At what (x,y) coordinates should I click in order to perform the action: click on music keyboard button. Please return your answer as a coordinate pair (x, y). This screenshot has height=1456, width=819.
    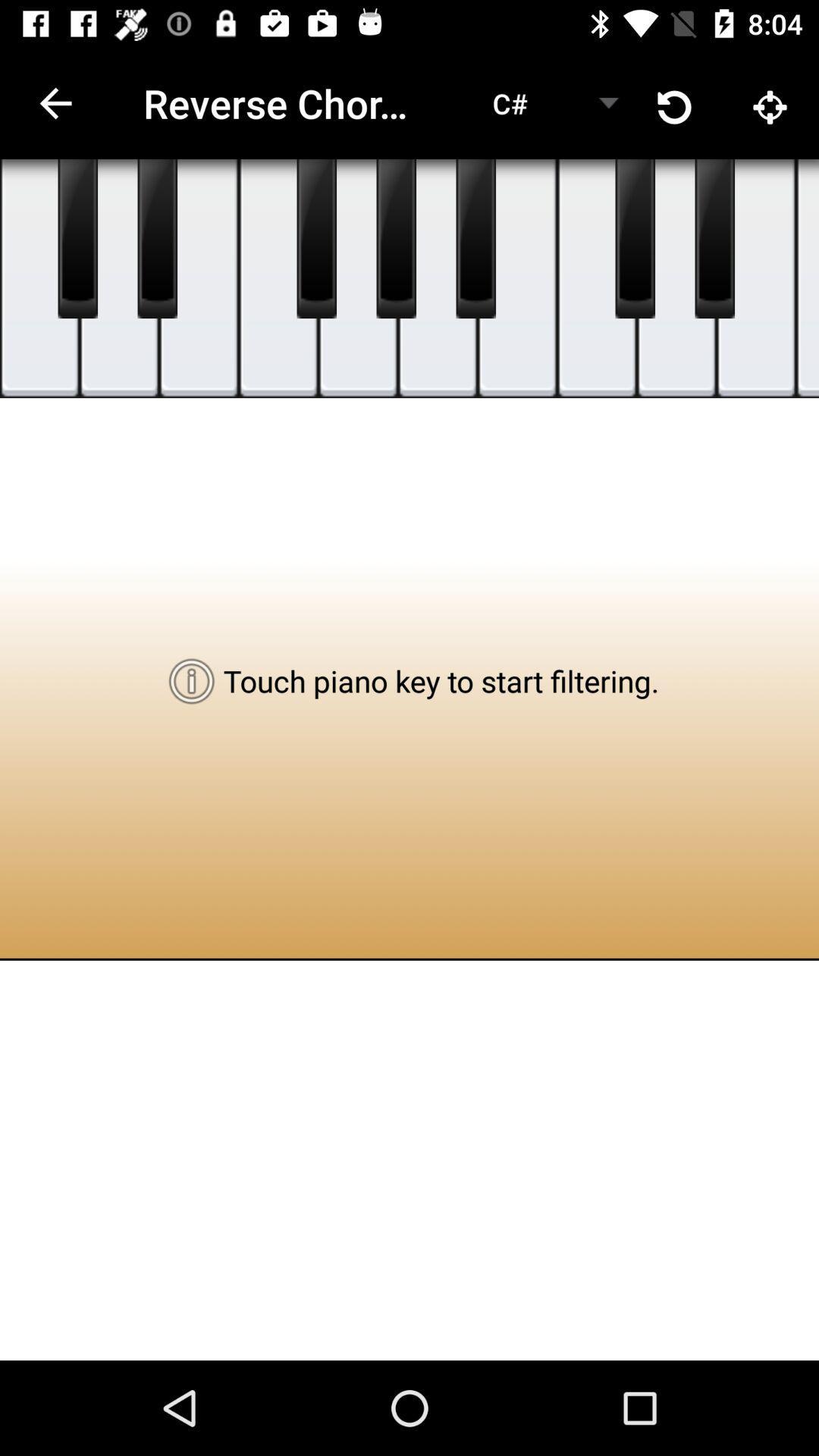
    Looking at the image, I should click on (475, 238).